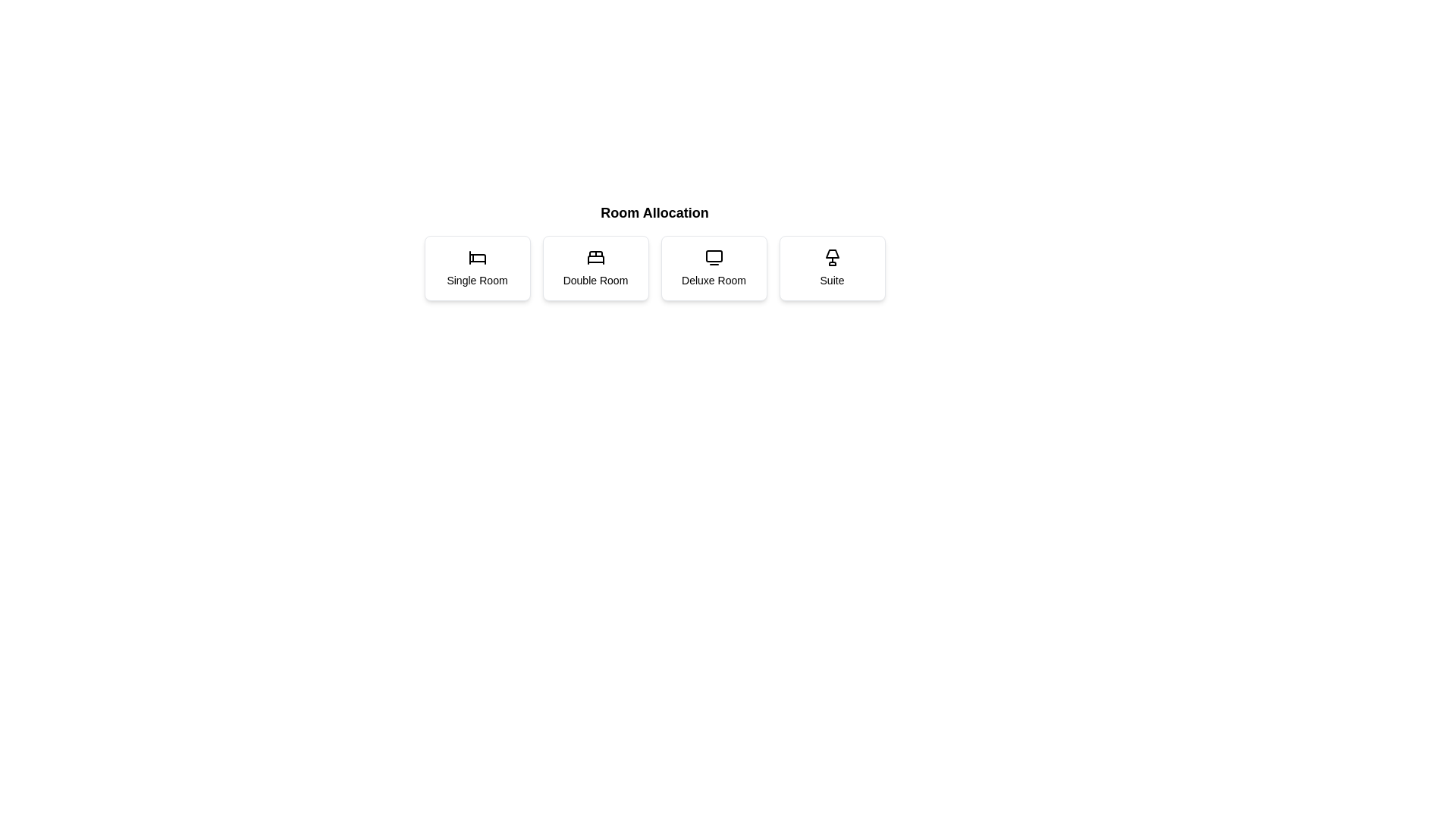 The image size is (1456, 819). I want to click on the button corresponding to the room type Deluxe Room, so click(713, 268).